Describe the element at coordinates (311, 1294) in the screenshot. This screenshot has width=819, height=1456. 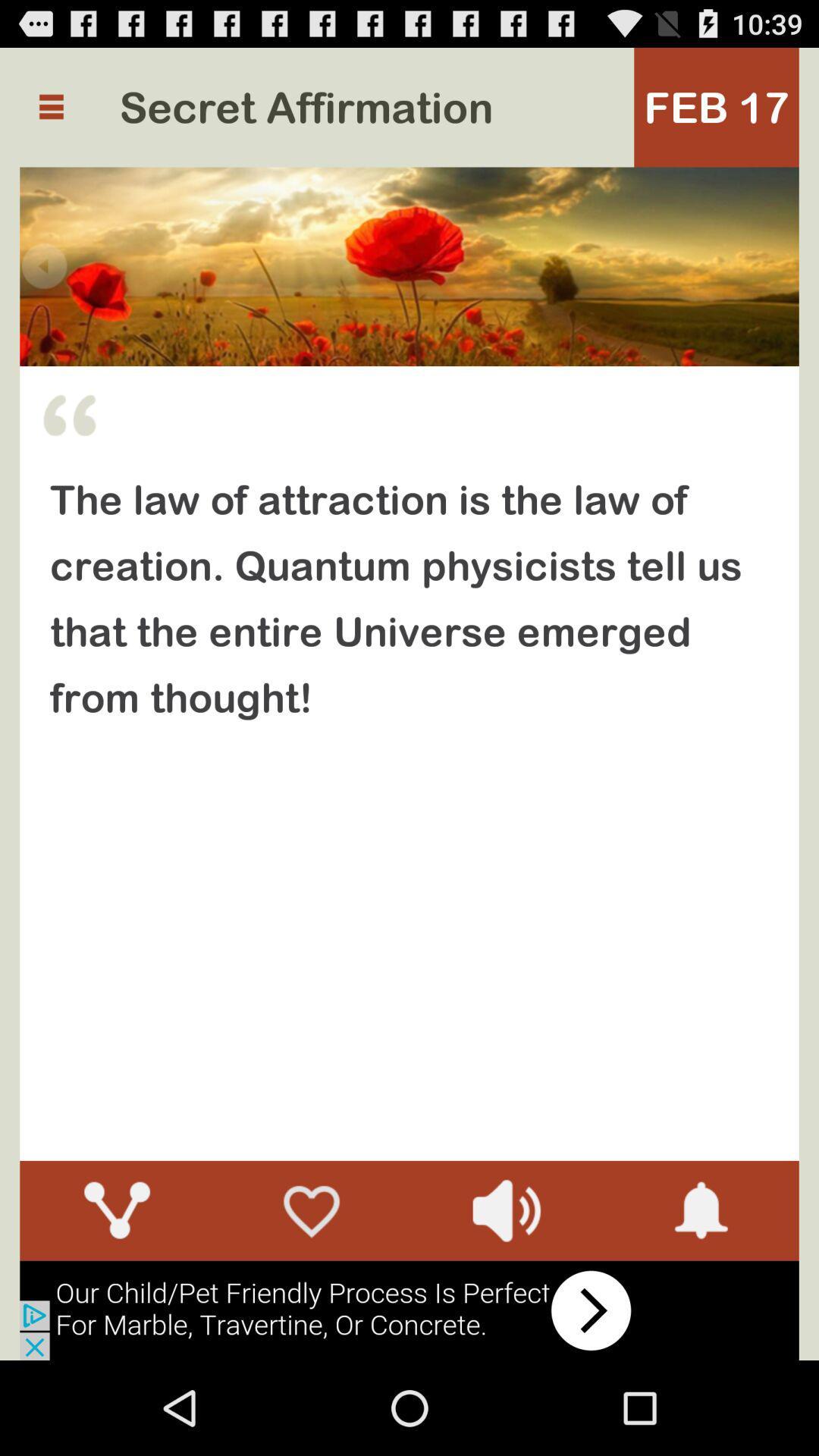
I see `the favorite icon` at that location.